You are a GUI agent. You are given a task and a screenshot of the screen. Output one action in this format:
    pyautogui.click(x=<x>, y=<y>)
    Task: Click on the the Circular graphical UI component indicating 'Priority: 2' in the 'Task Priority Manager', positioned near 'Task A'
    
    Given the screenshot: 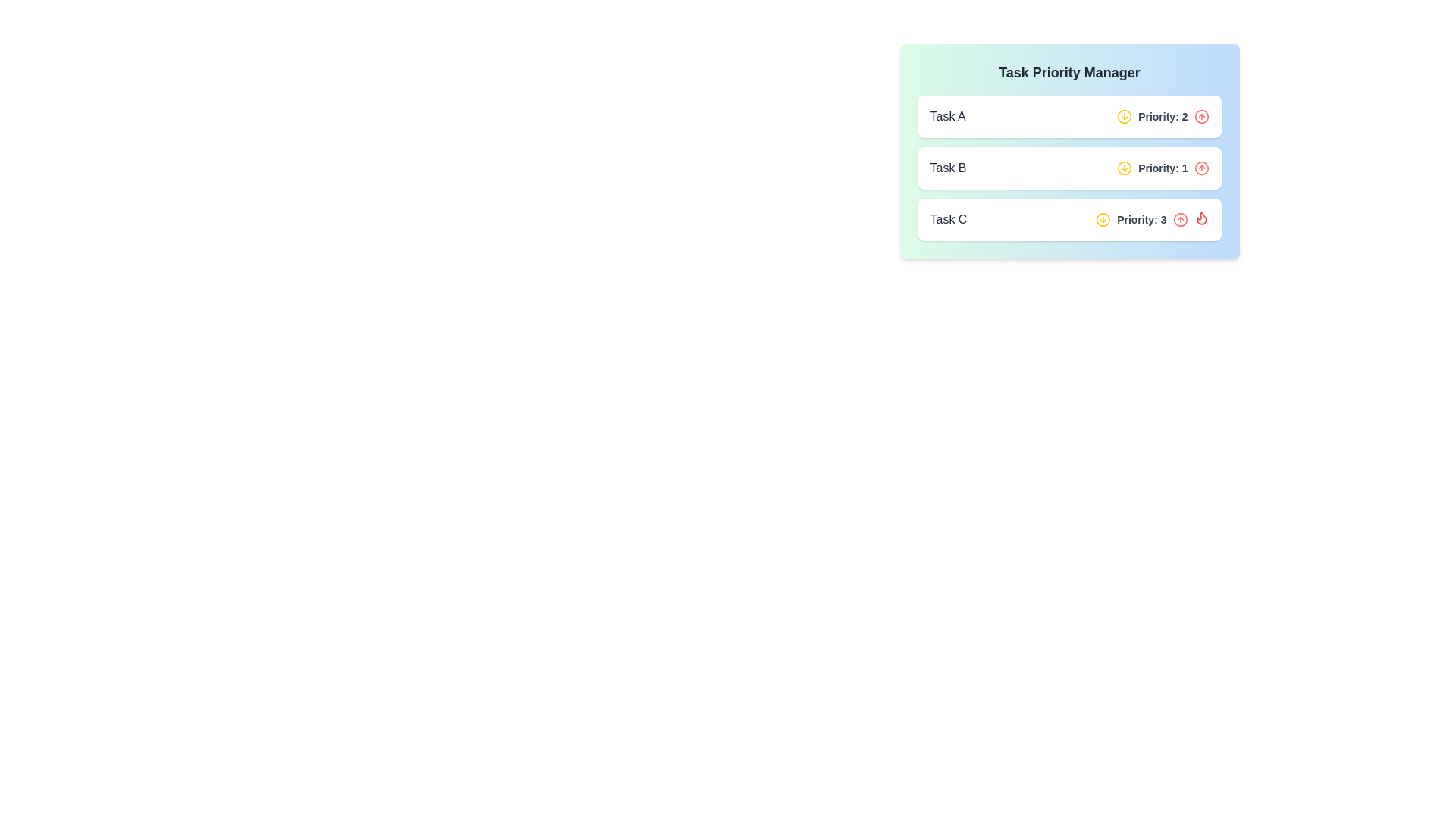 What is the action you would take?
    pyautogui.click(x=1125, y=168)
    